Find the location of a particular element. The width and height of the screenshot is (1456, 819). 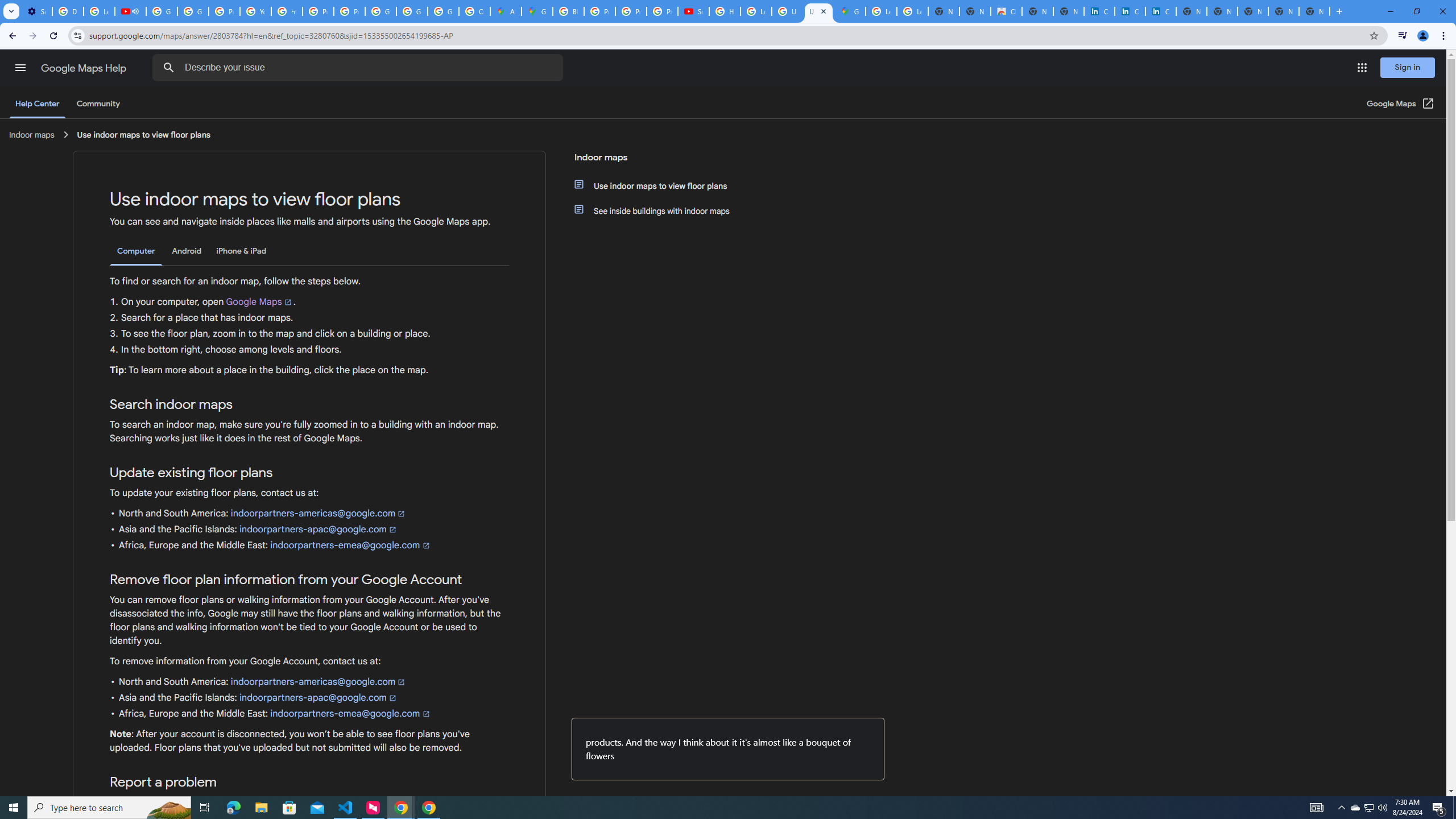

'Chrome Web Store' is located at coordinates (1006, 11).